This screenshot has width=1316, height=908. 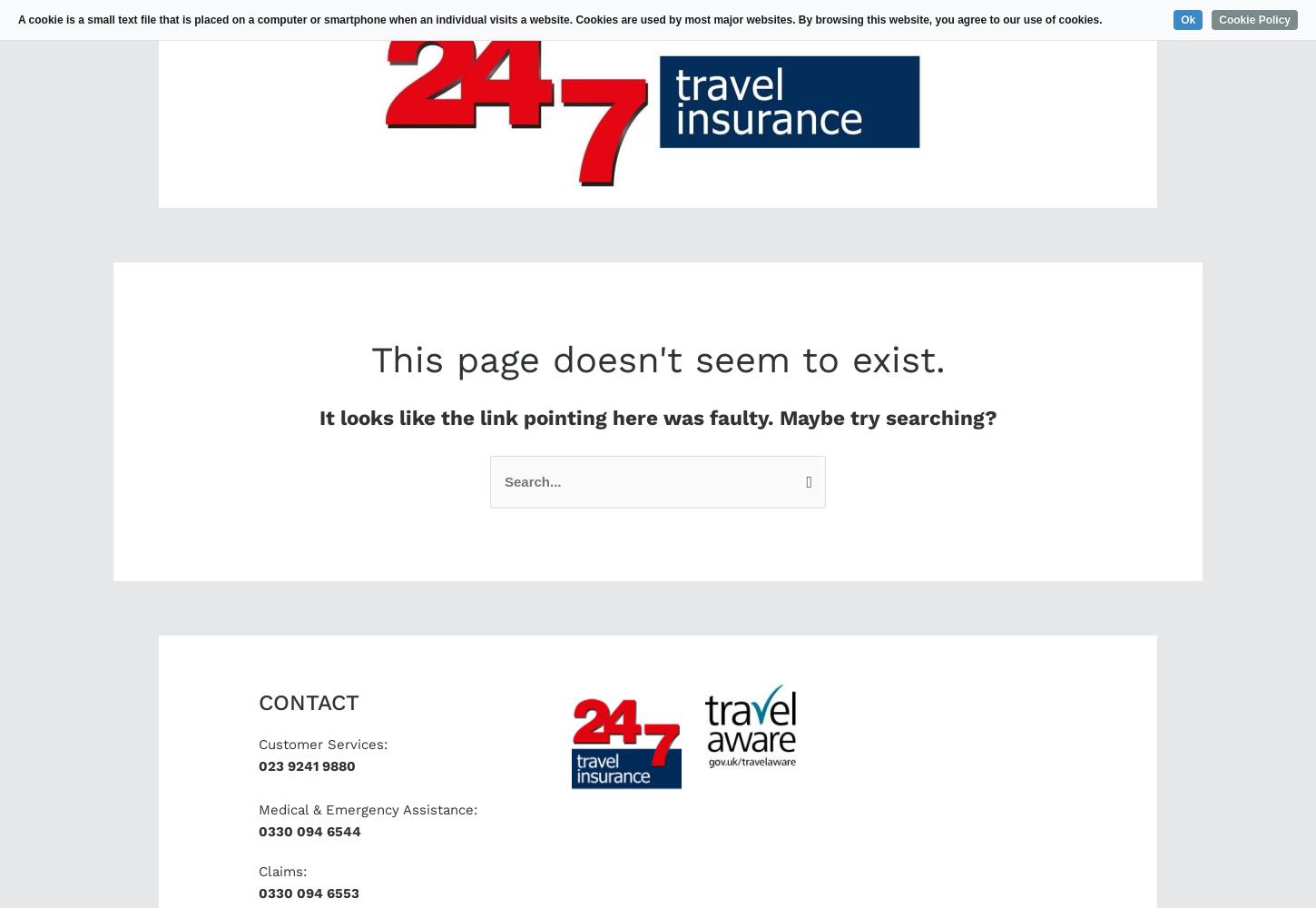 What do you see at coordinates (307, 765) in the screenshot?
I see `'023 9241 9880'` at bounding box center [307, 765].